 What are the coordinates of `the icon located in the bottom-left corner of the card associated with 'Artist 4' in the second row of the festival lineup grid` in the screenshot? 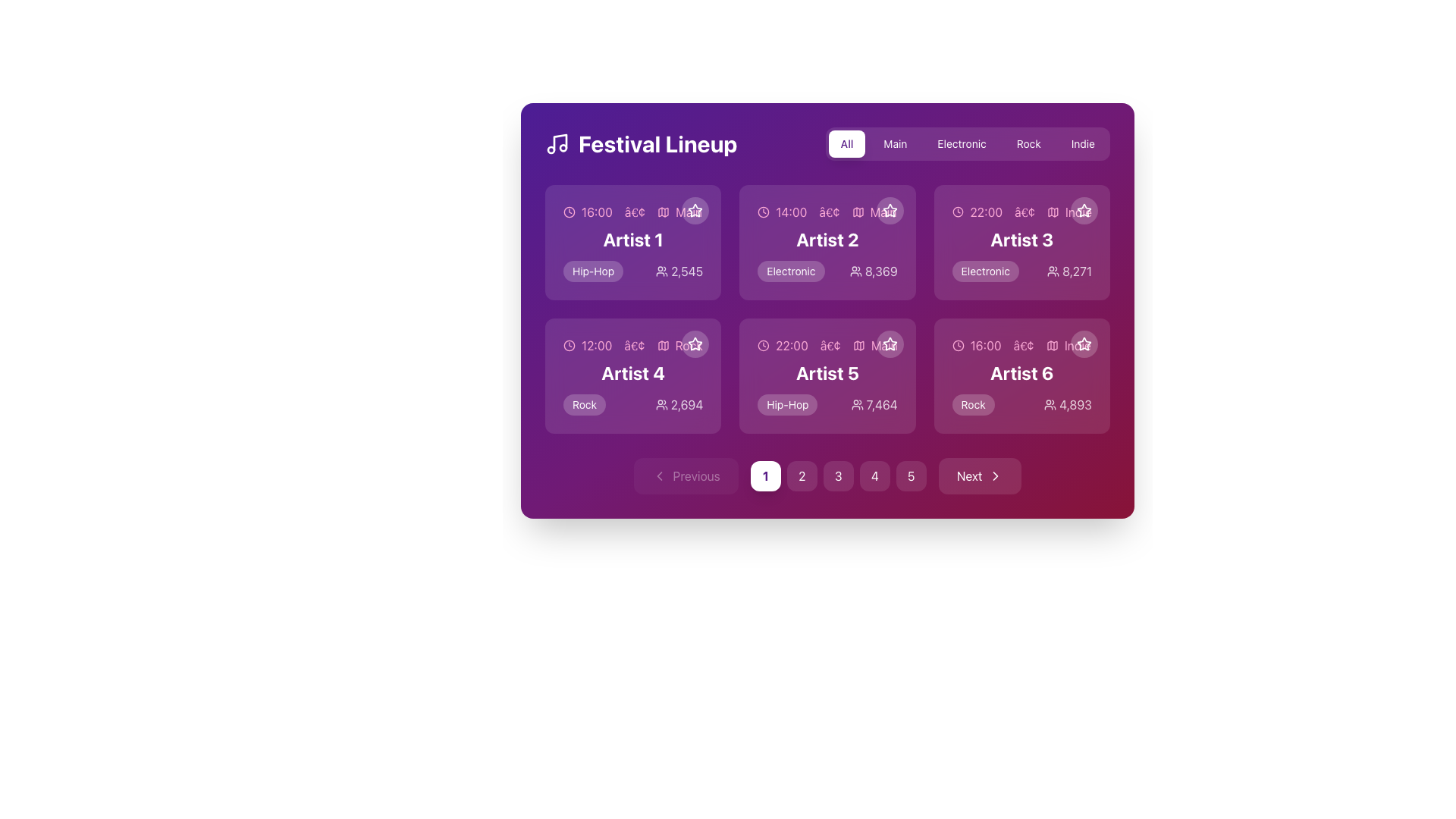 It's located at (663, 345).